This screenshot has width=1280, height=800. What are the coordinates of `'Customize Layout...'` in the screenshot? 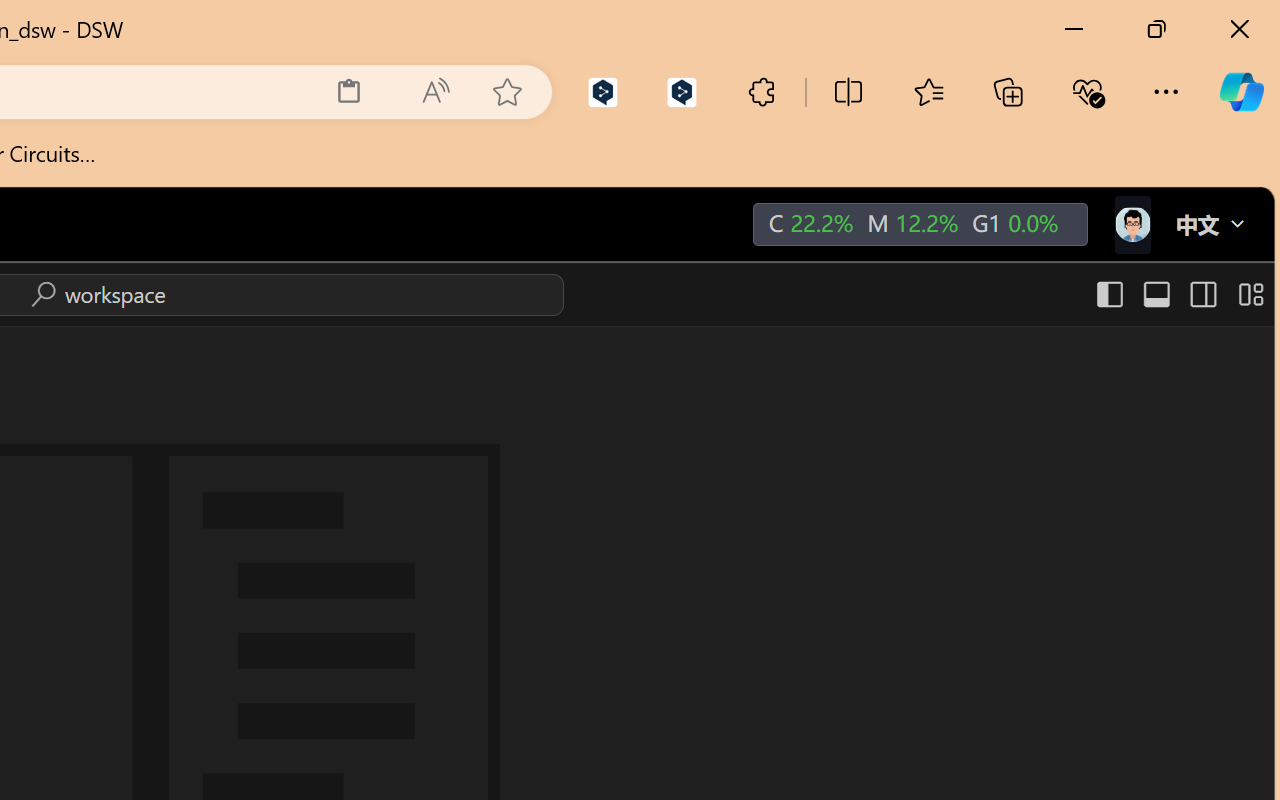 It's located at (1247, 294).